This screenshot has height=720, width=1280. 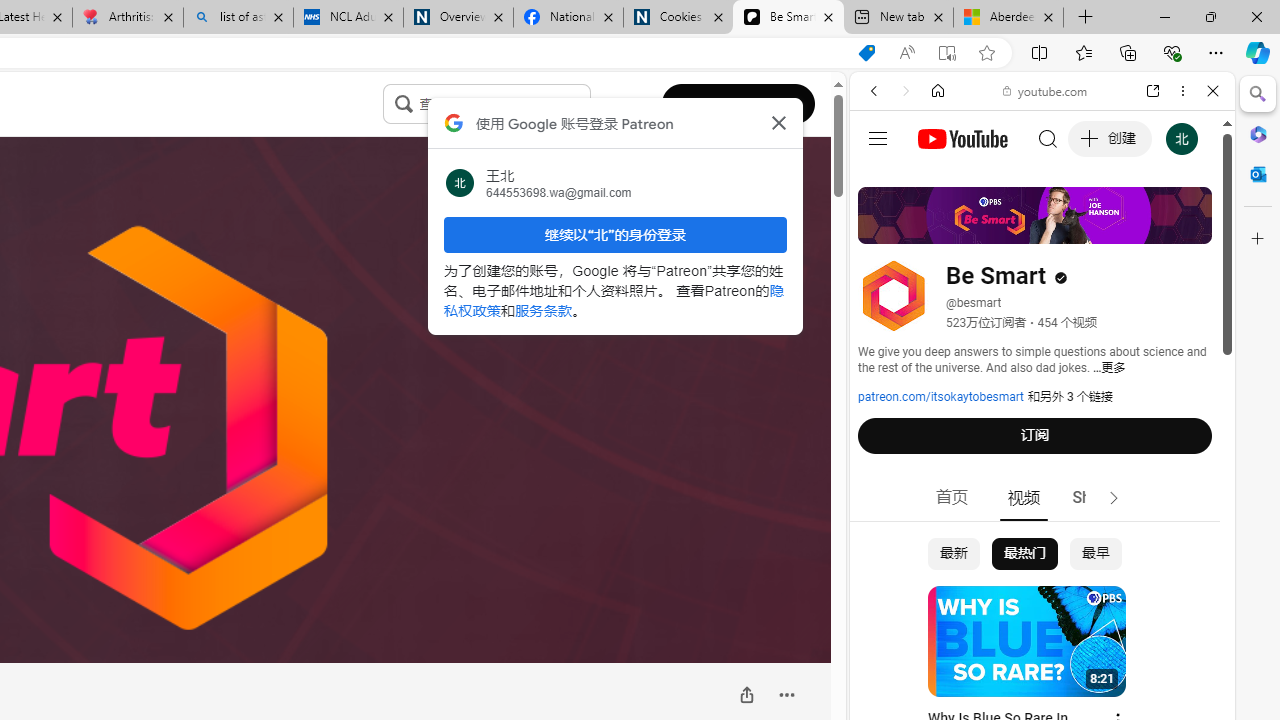 What do you see at coordinates (867, 52) in the screenshot?
I see `'Shopping in Microsoft Edge'` at bounding box center [867, 52].